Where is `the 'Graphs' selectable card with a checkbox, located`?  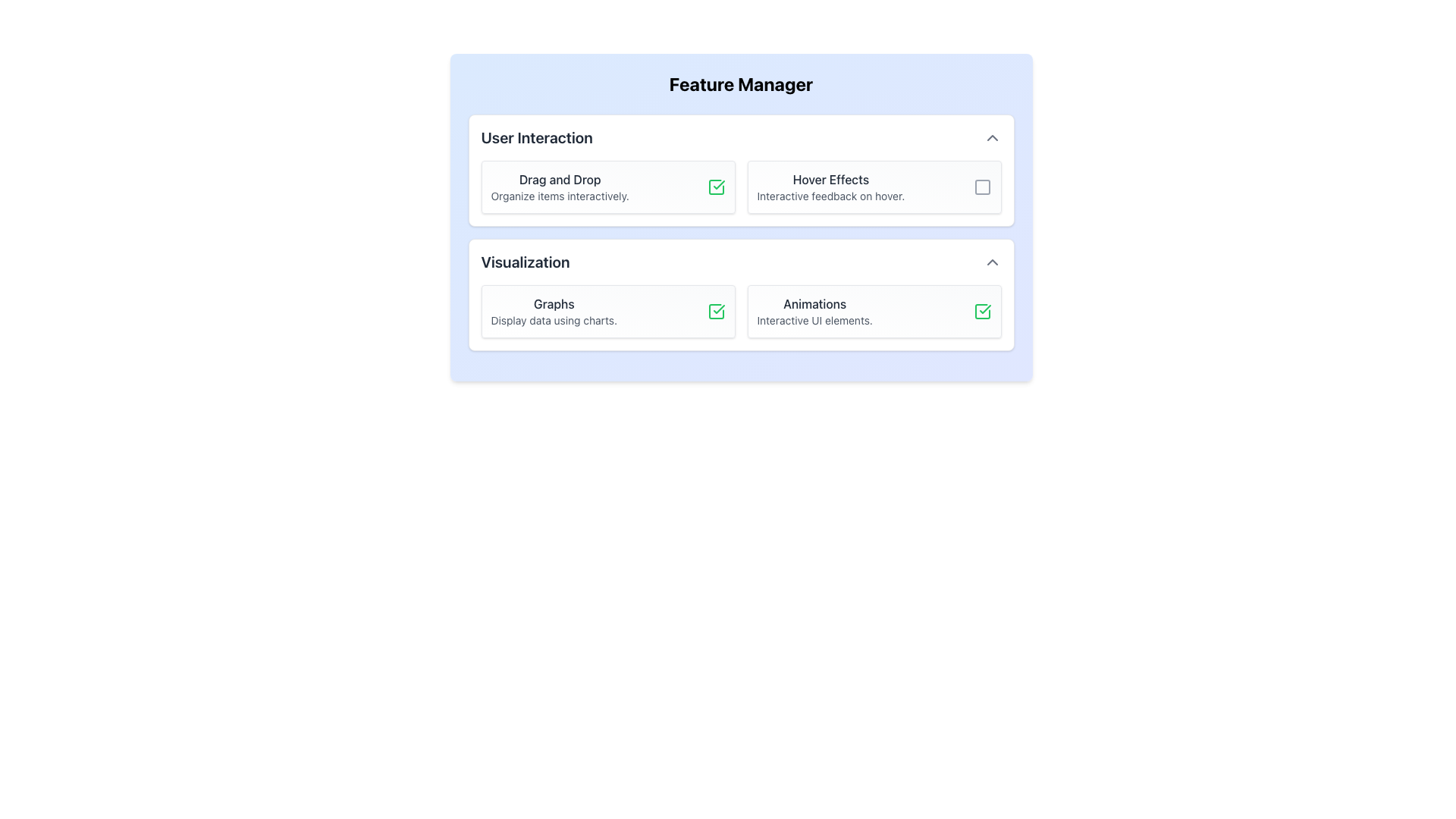
the 'Graphs' selectable card with a checkbox, located is located at coordinates (607, 311).